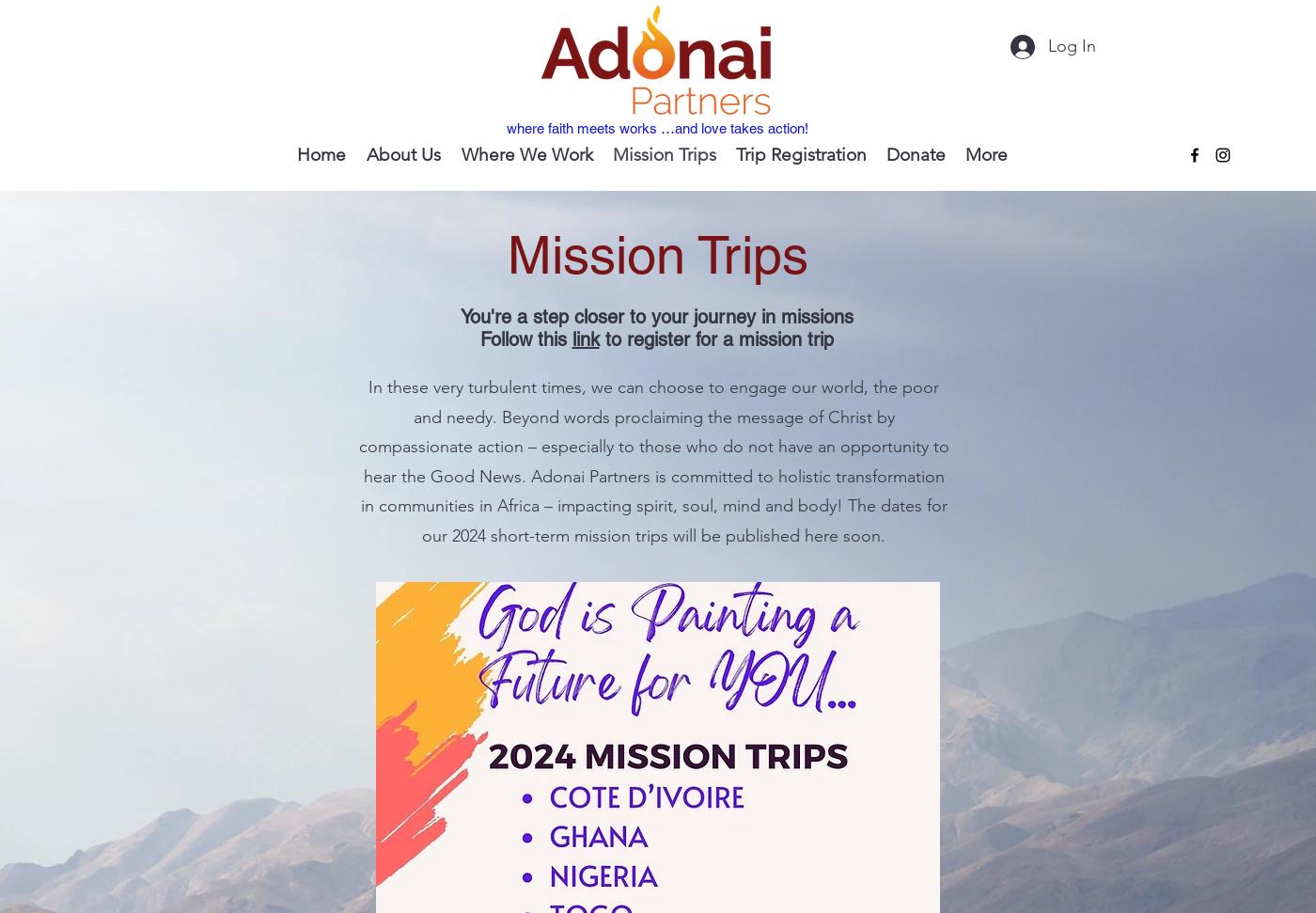  What do you see at coordinates (656, 317) in the screenshot?
I see `'You're a step closer to your journey in missions'` at bounding box center [656, 317].